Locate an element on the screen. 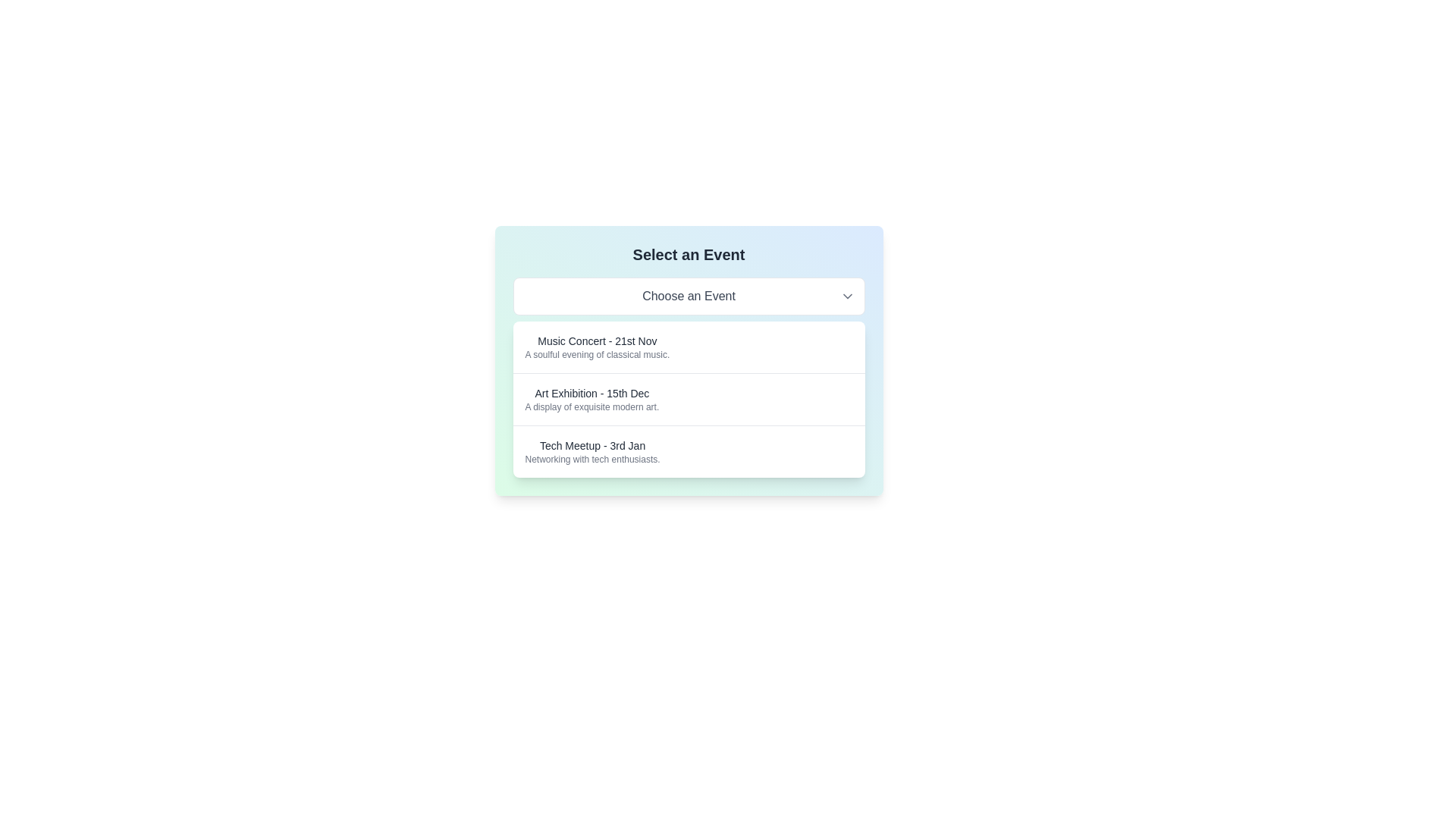  the text-based UI component that displays 'Art Exhibition - 15th Dec' to search for more details about this event is located at coordinates (591, 399).